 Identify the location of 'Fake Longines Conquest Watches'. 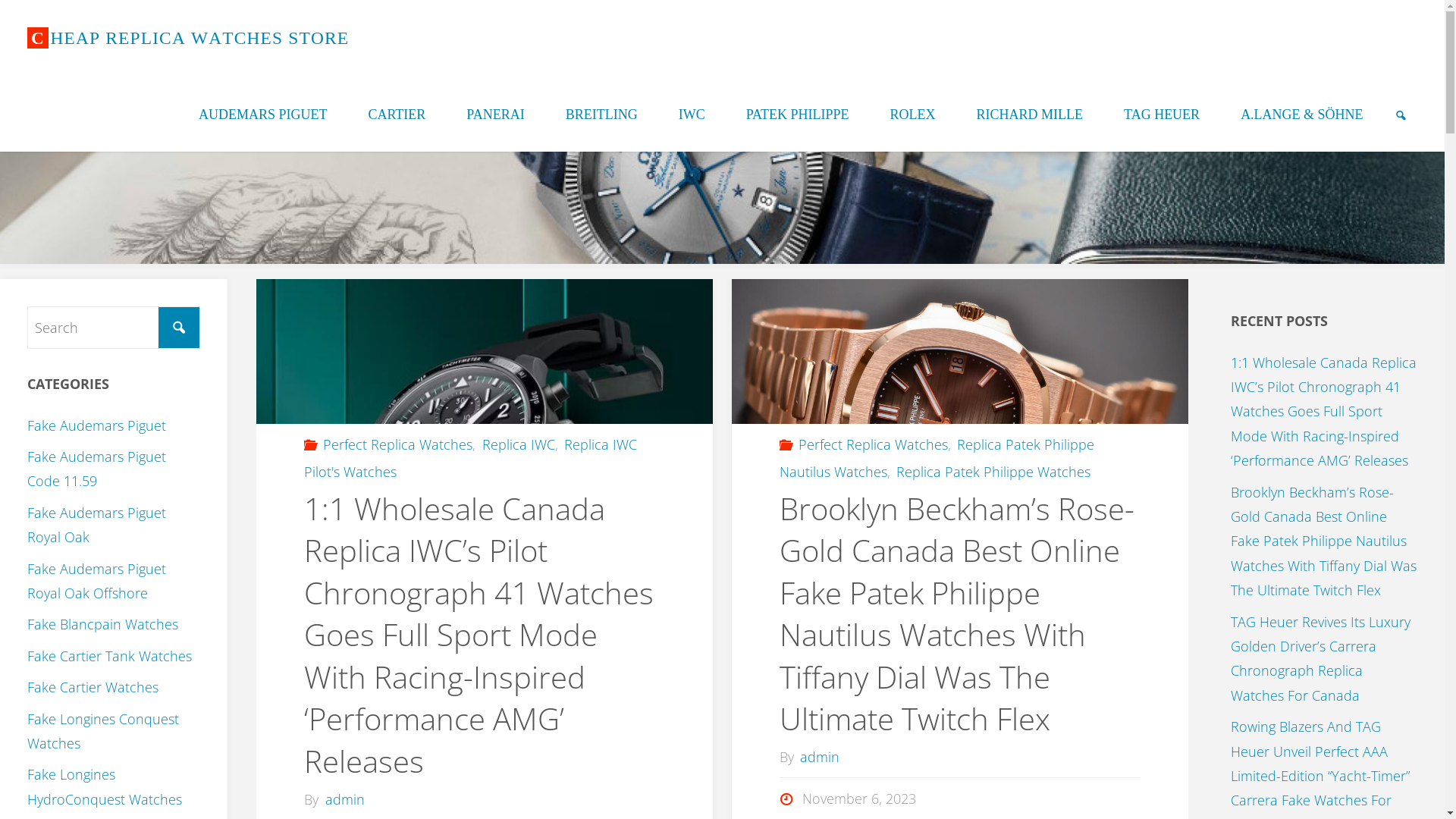
(102, 730).